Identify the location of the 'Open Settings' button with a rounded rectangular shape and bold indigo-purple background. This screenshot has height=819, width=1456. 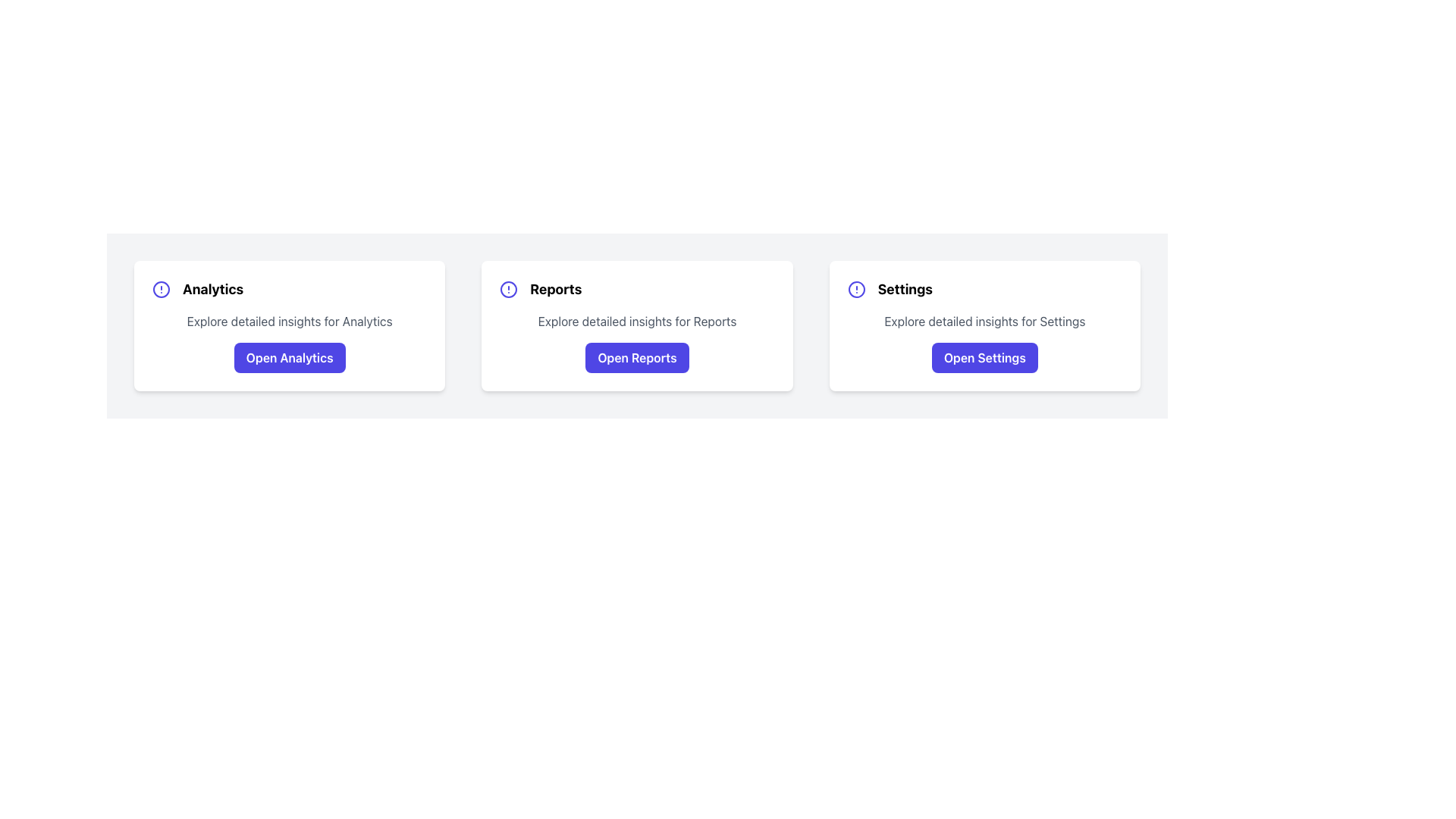
(984, 357).